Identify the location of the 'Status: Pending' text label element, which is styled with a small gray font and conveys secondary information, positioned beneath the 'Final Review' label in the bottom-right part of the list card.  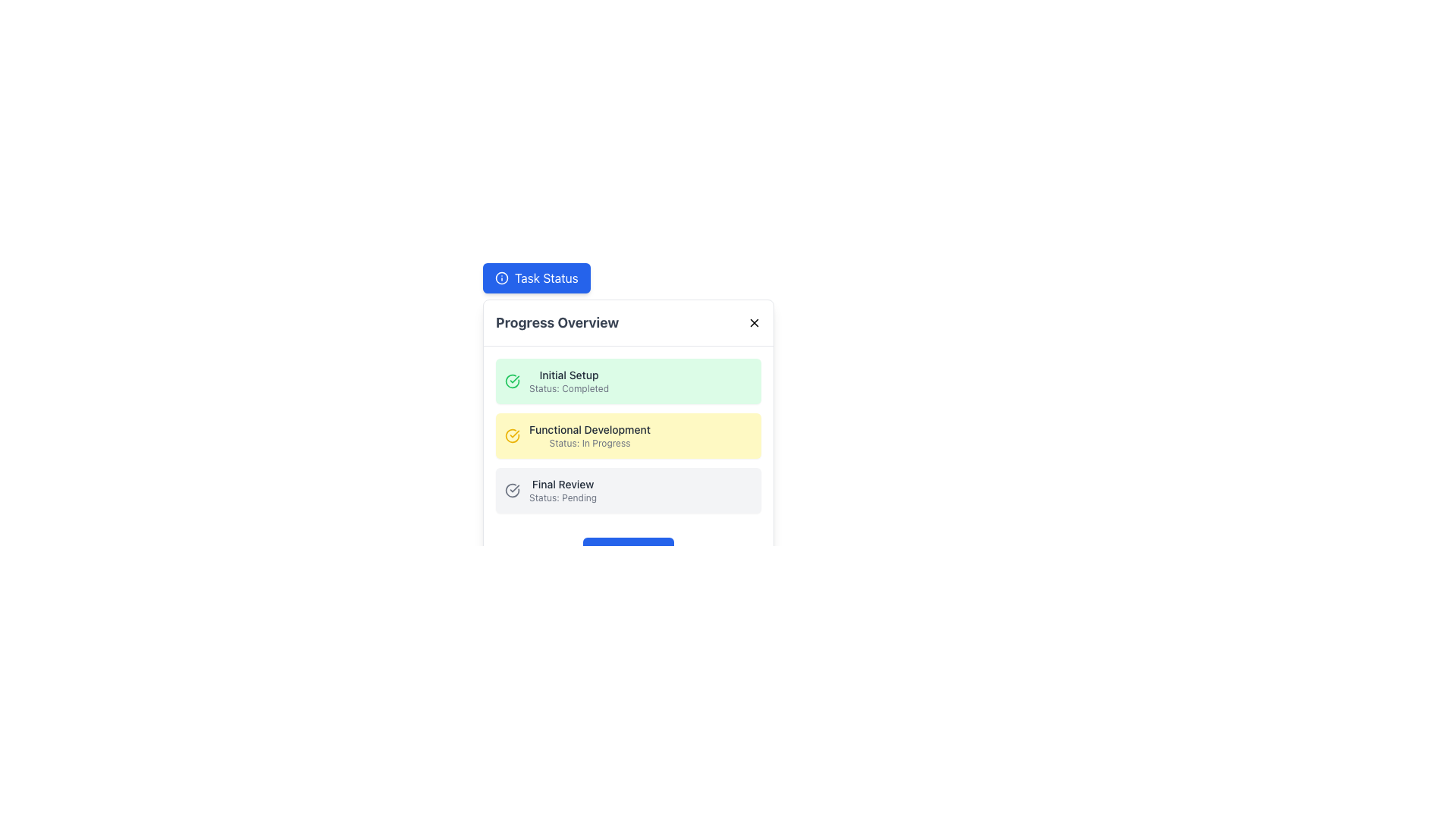
(562, 497).